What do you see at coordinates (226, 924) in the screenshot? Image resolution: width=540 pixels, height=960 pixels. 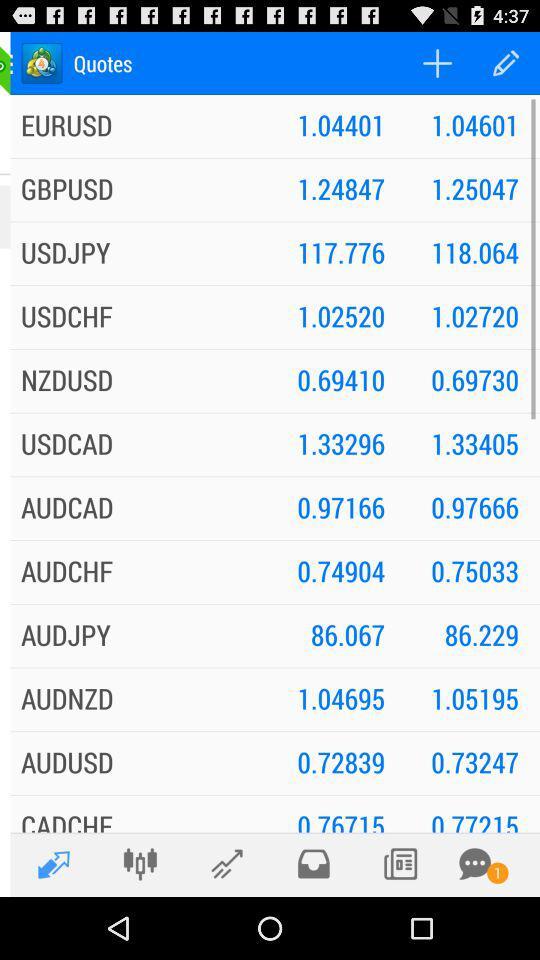 I see `the edit icon` at bounding box center [226, 924].